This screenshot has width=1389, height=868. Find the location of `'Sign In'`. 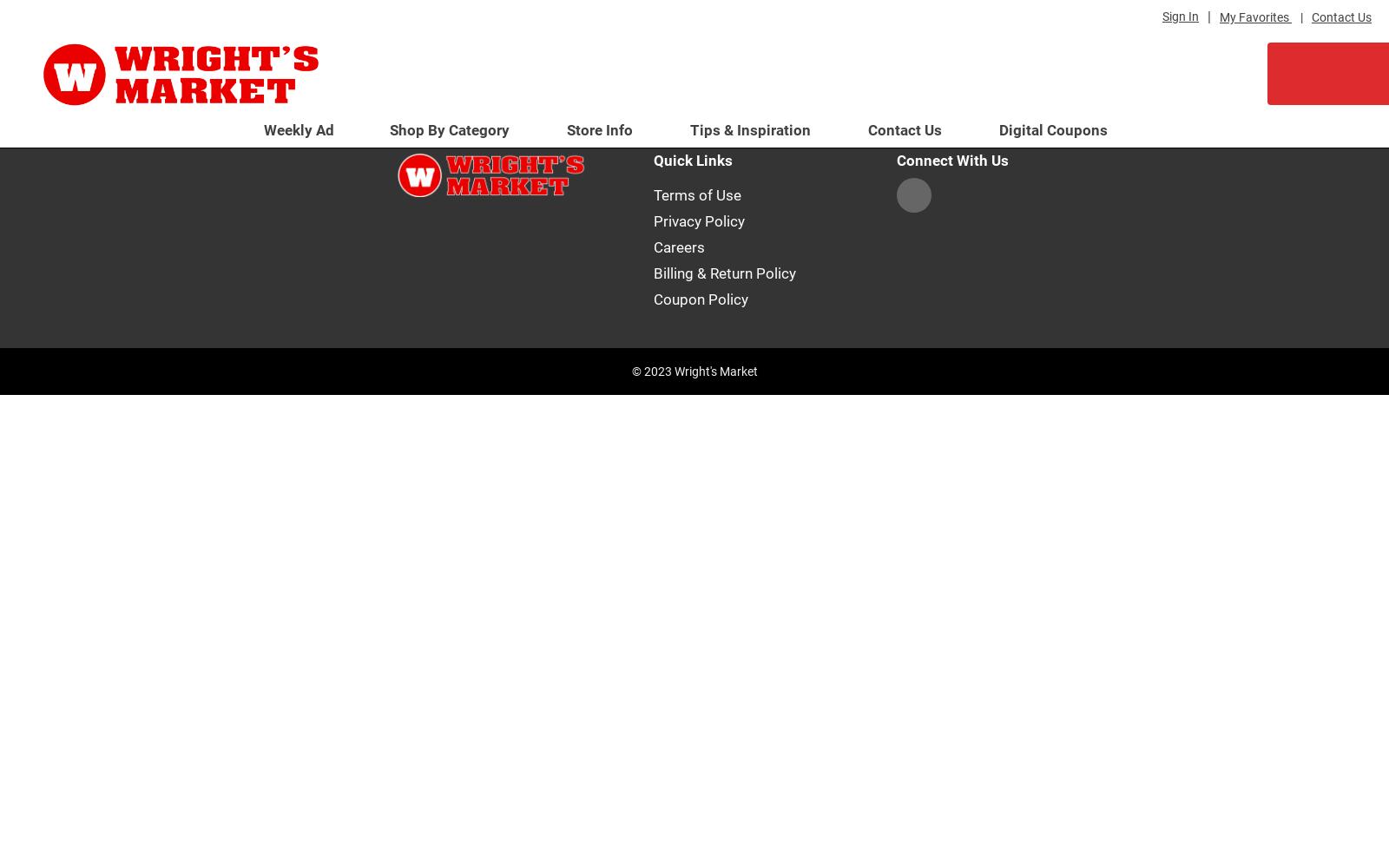

'Sign In' is located at coordinates (1180, 16).